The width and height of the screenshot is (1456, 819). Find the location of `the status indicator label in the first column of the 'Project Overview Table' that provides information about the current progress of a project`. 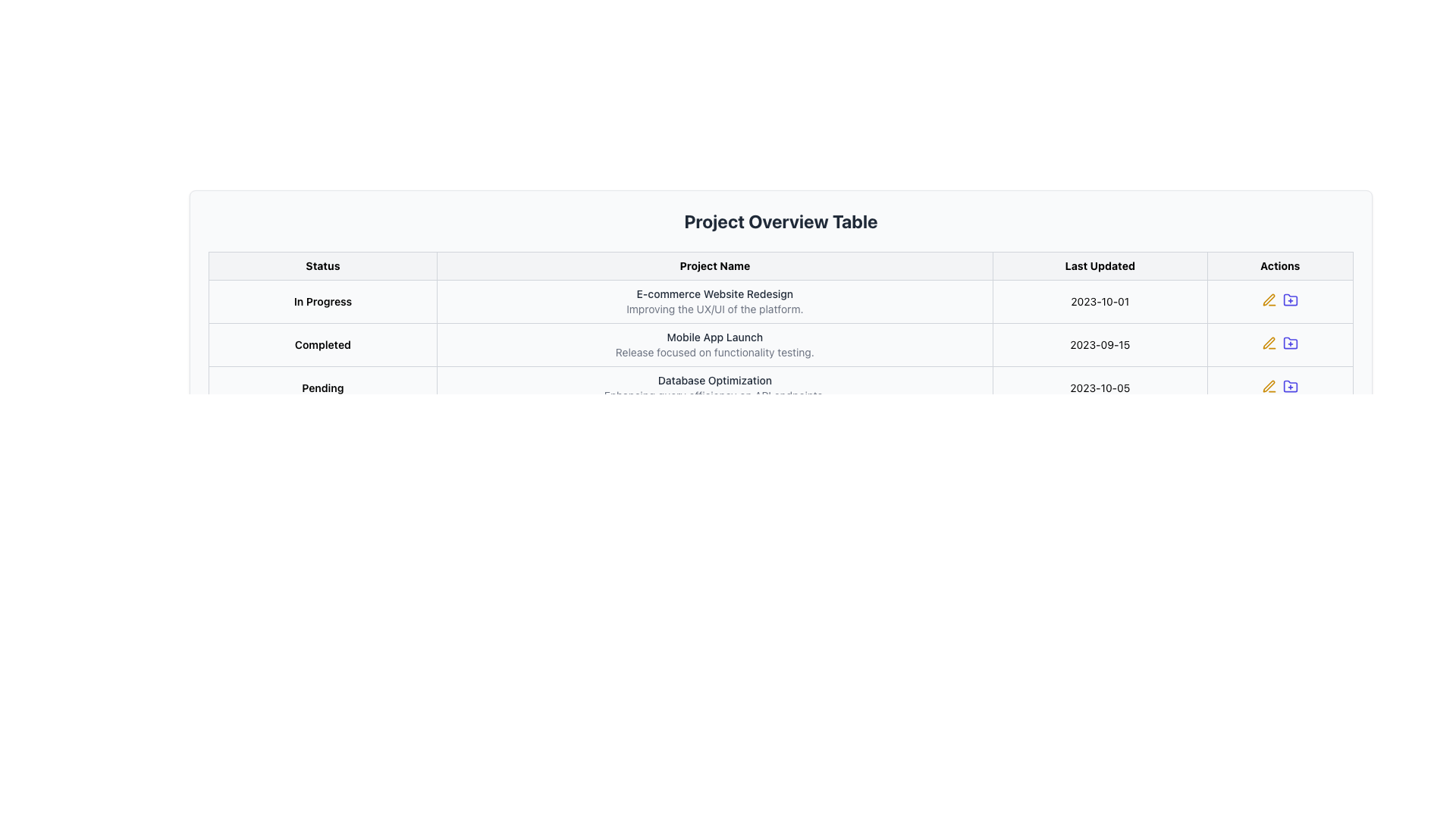

the status indicator label in the first column of the 'Project Overview Table' that provides information about the current progress of a project is located at coordinates (322, 301).